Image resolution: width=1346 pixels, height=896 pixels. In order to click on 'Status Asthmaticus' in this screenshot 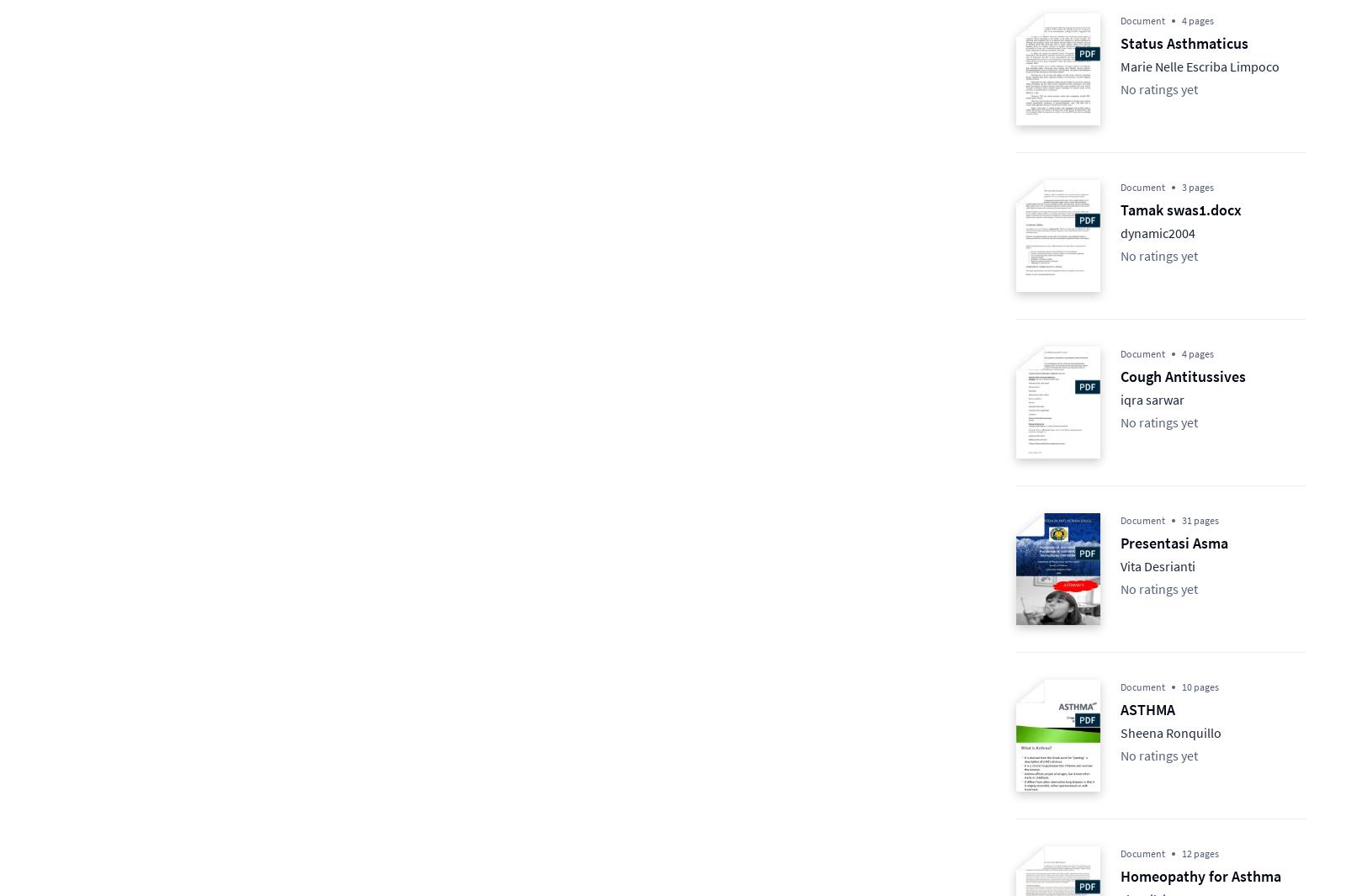, I will do `click(1184, 42)`.